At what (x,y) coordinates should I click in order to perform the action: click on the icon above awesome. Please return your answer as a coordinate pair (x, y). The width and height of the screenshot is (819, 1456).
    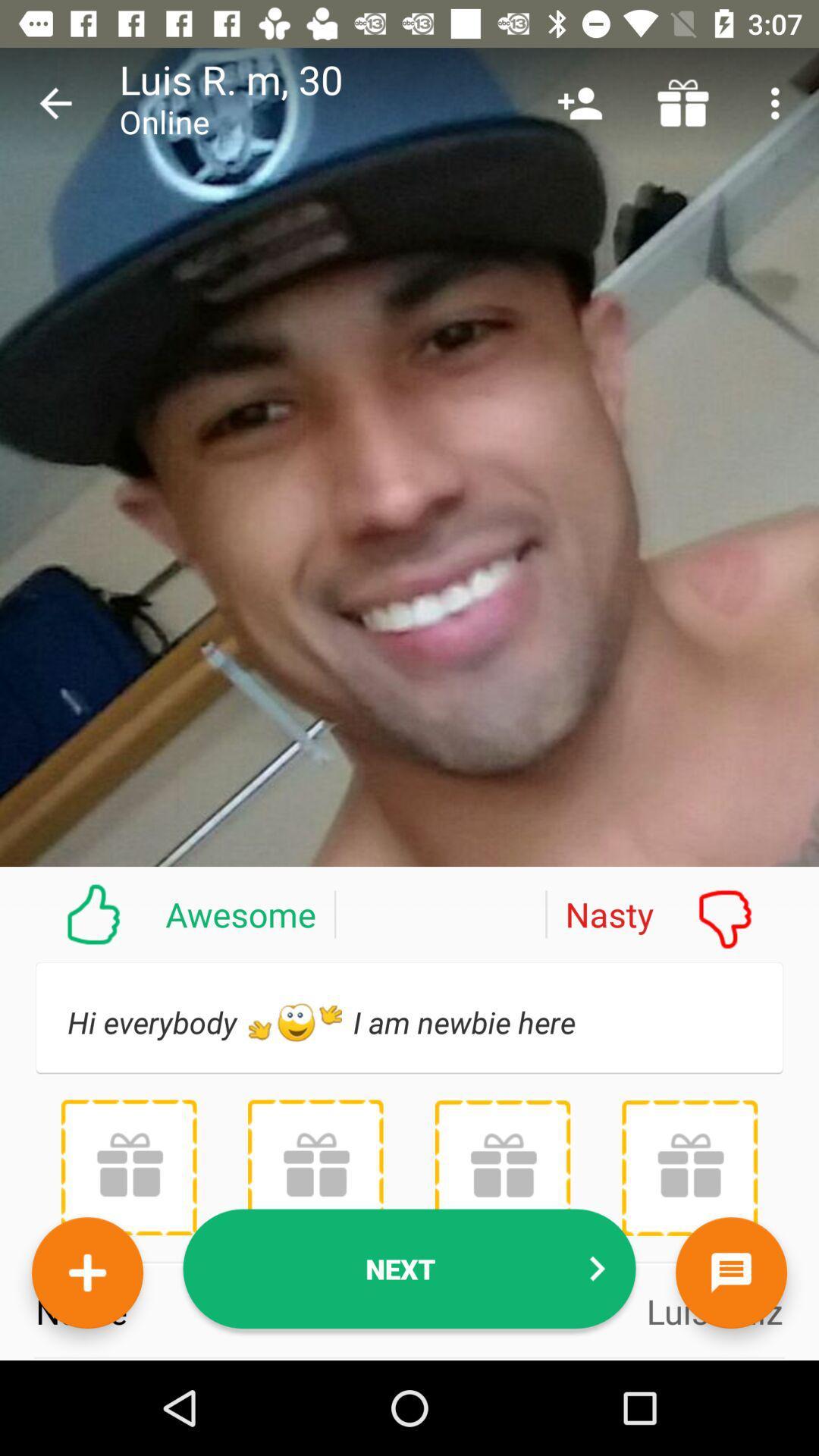
    Looking at the image, I should click on (55, 102).